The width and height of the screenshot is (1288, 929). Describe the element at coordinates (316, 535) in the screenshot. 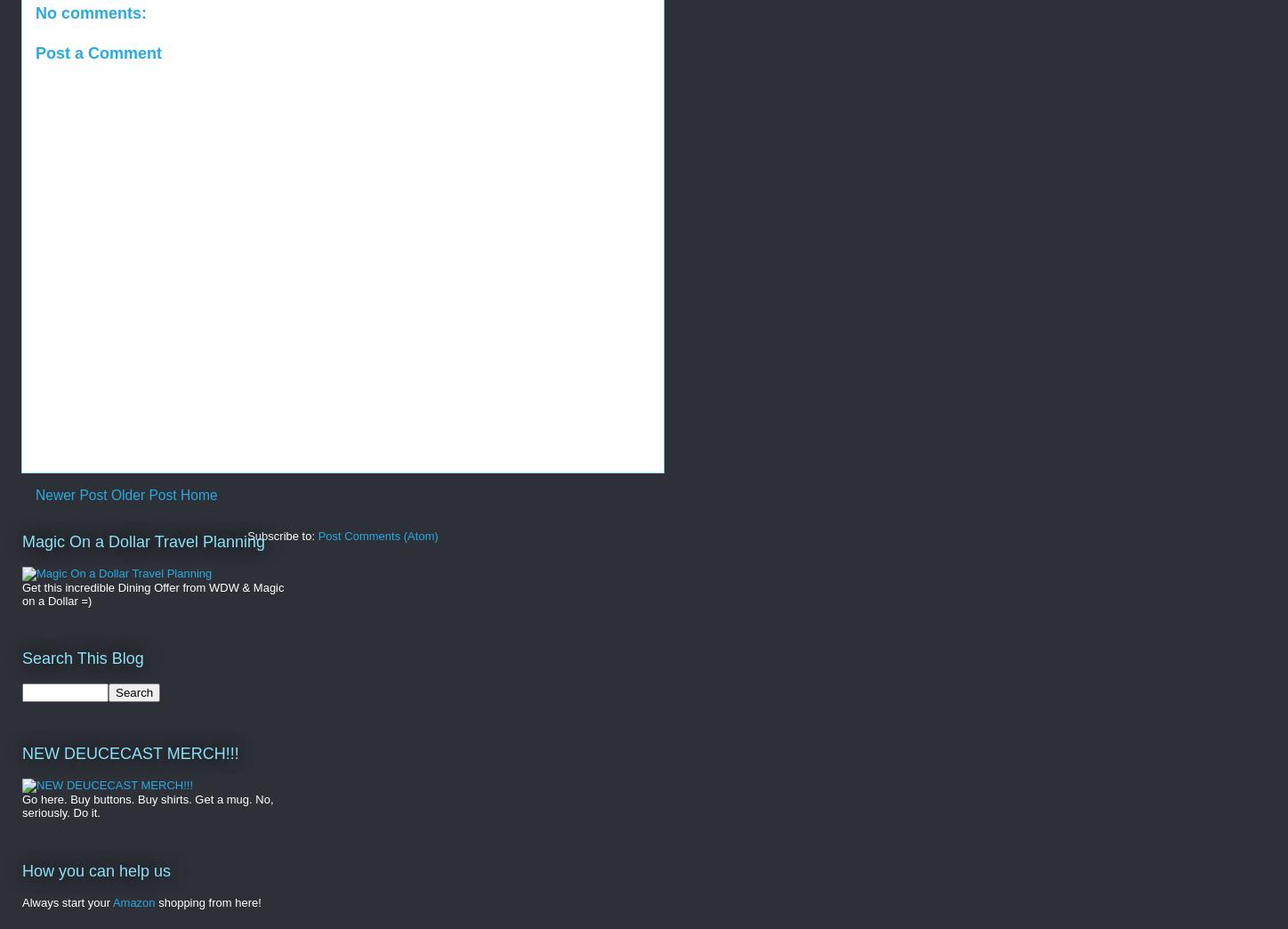

I see `'Post Comments (Atom)'` at that location.